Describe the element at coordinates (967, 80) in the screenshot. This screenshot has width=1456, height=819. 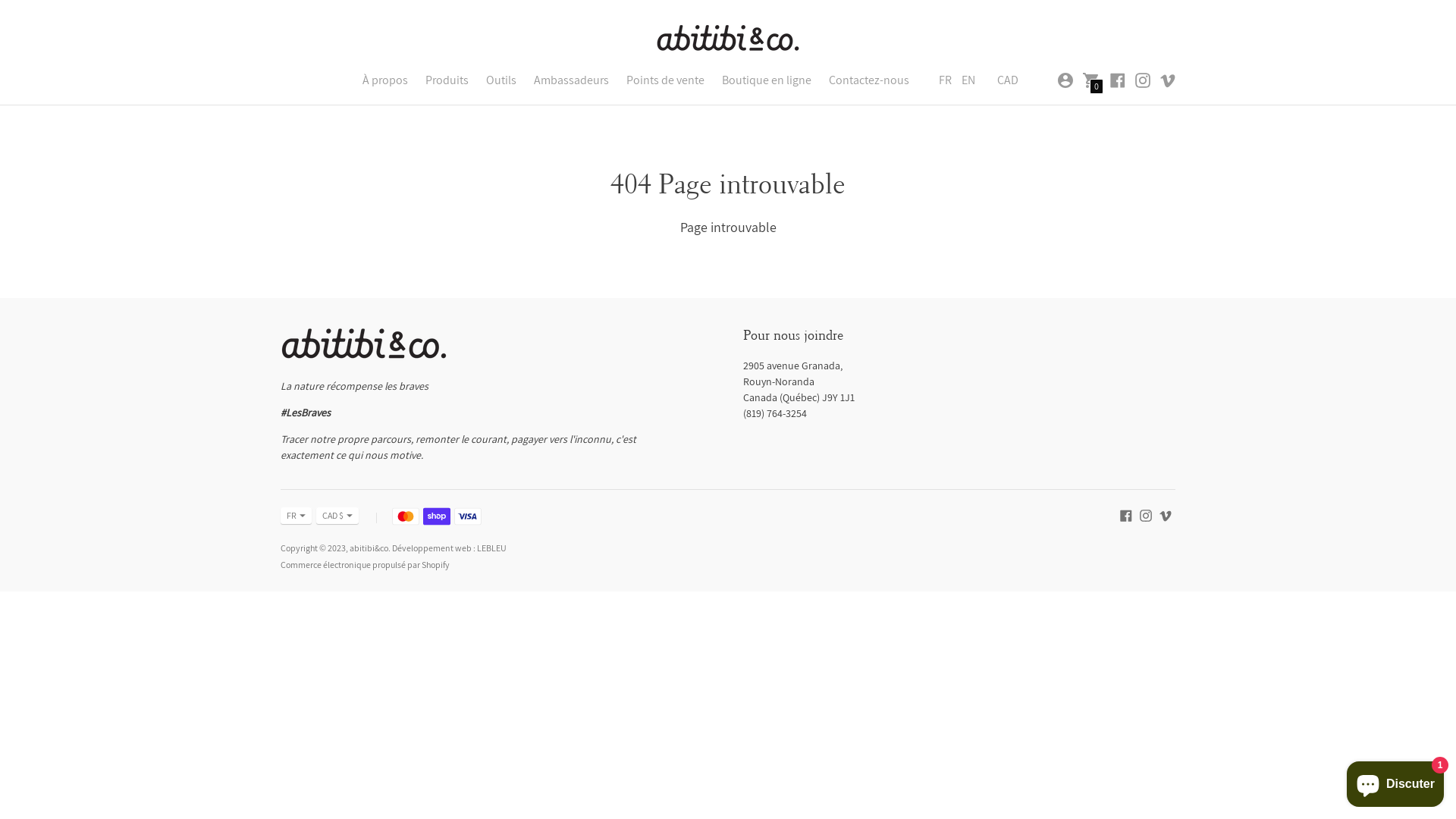
I see `'EN'` at that location.